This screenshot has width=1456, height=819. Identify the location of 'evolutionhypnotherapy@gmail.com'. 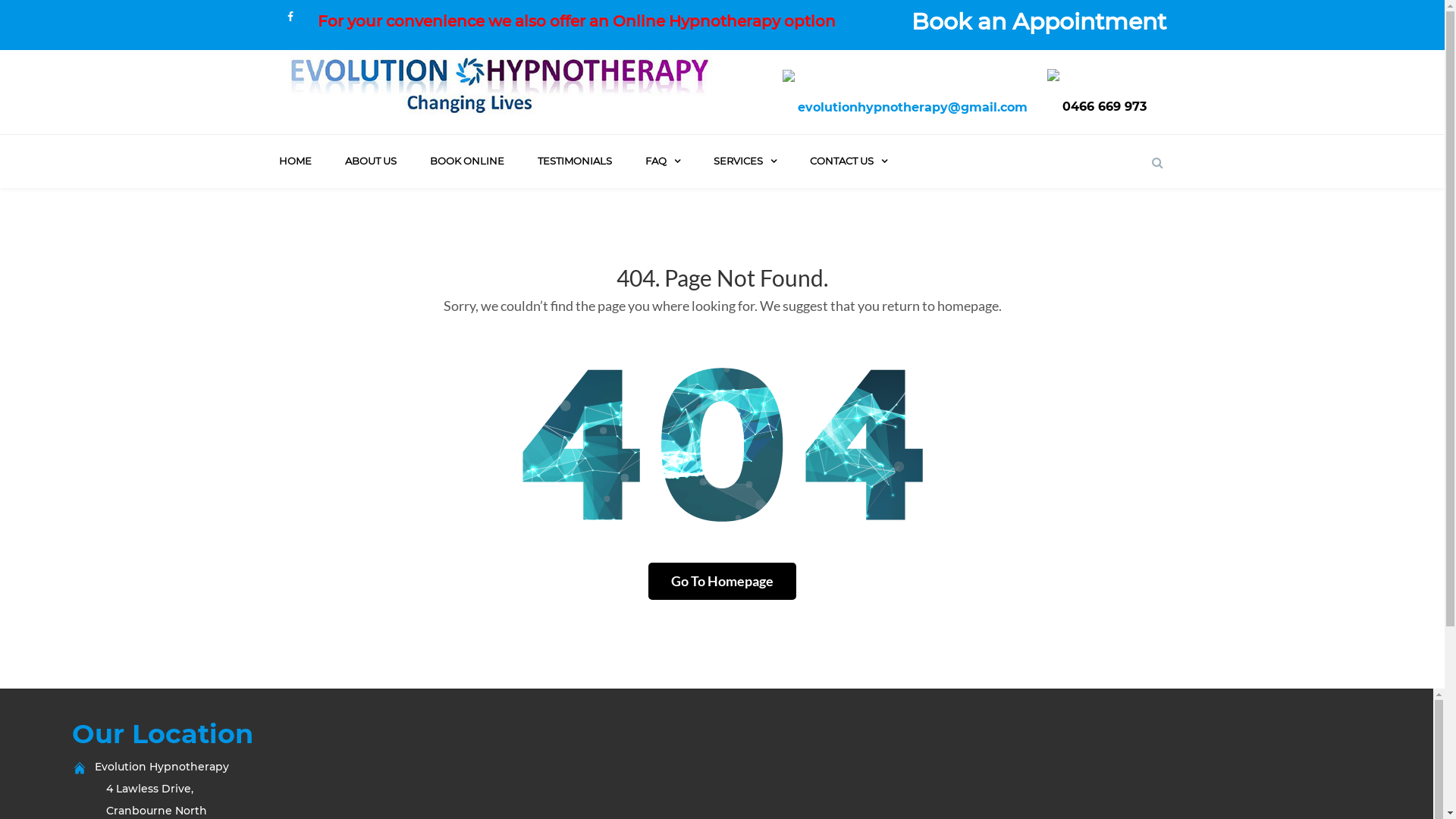
(912, 107).